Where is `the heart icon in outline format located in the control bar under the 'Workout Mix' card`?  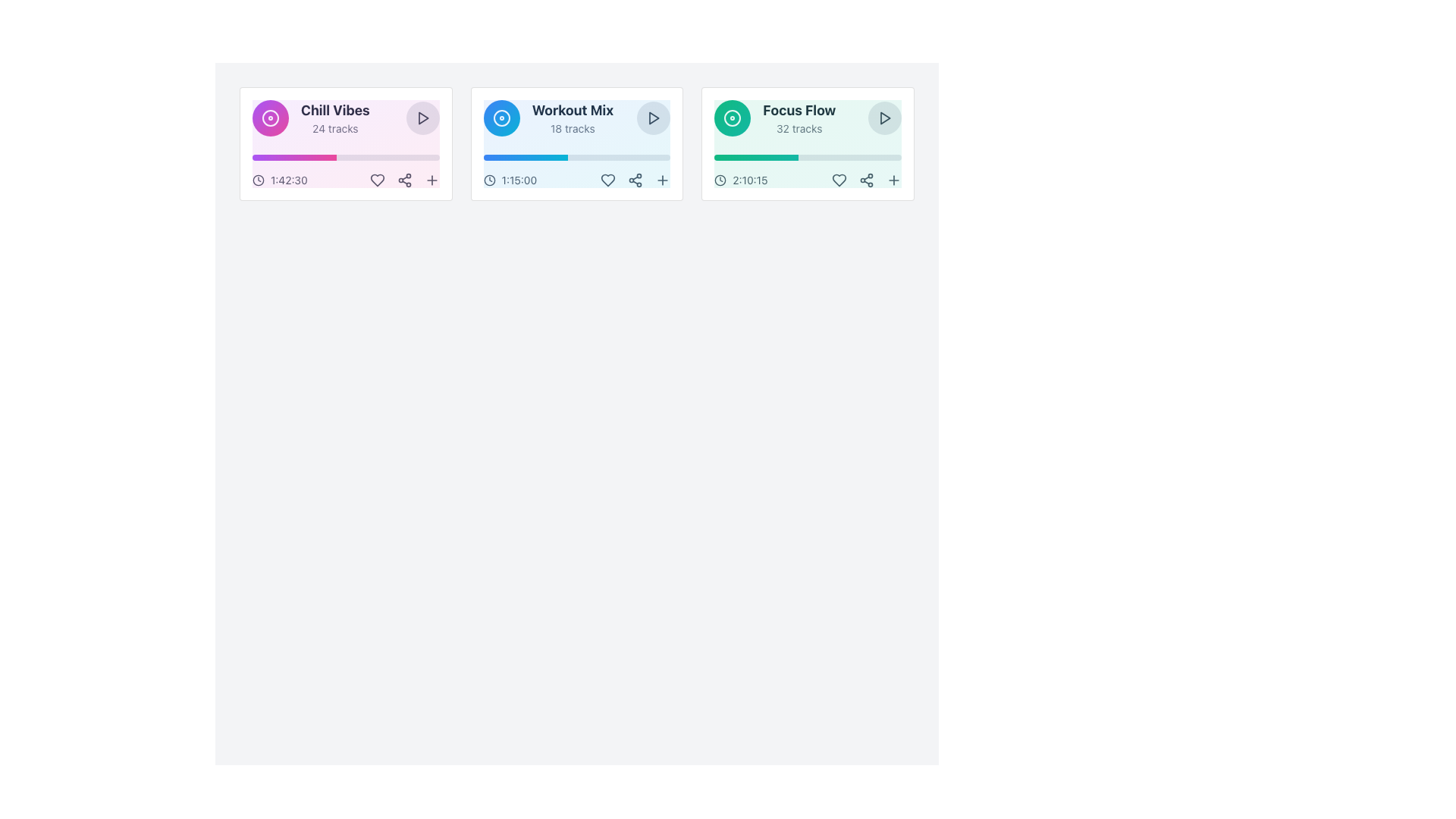 the heart icon in outline format located in the control bar under the 'Workout Mix' card is located at coordinates (608, 180).